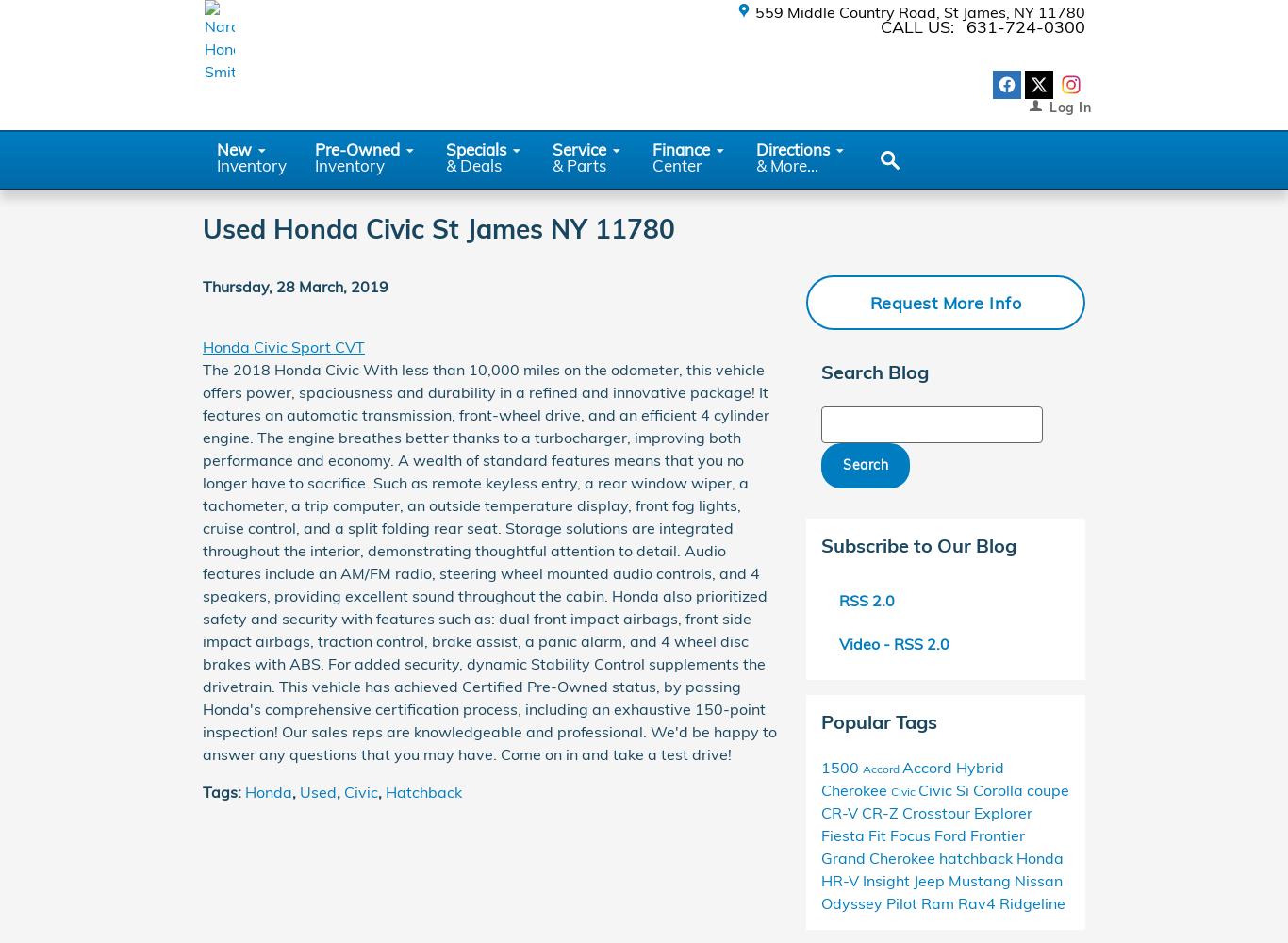 The height and width of the screenshot is (943, 1288). Describe the element at coordinates (1060, 12) in the screenshot. I see `'11780'` at that location.